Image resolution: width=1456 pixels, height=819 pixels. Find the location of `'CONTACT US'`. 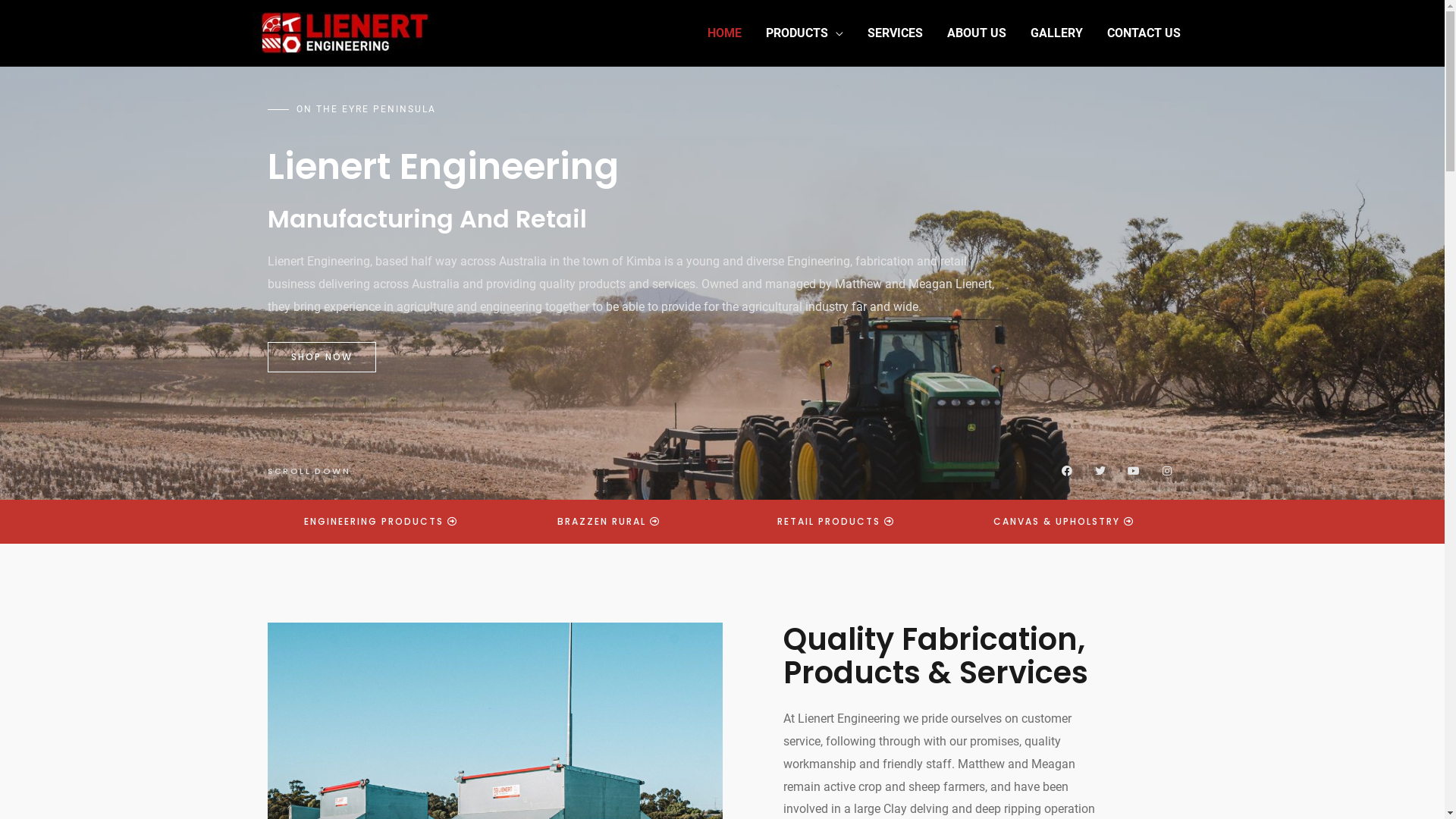

'CONTACT US' is located at coordinates (1144, 33).